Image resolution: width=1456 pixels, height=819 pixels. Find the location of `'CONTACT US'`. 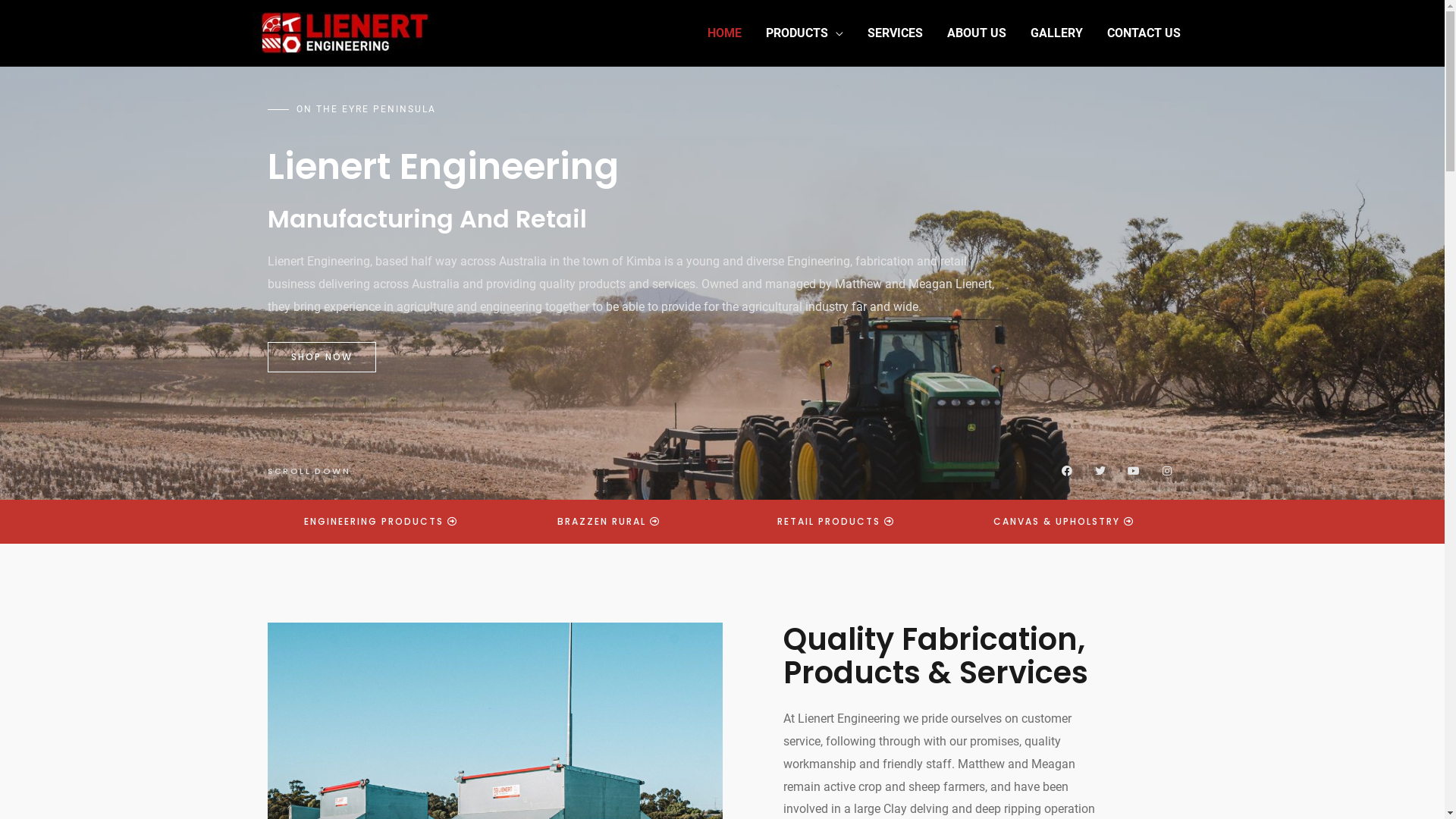

'CONTACT US' is located at coordinates (1144, 33).